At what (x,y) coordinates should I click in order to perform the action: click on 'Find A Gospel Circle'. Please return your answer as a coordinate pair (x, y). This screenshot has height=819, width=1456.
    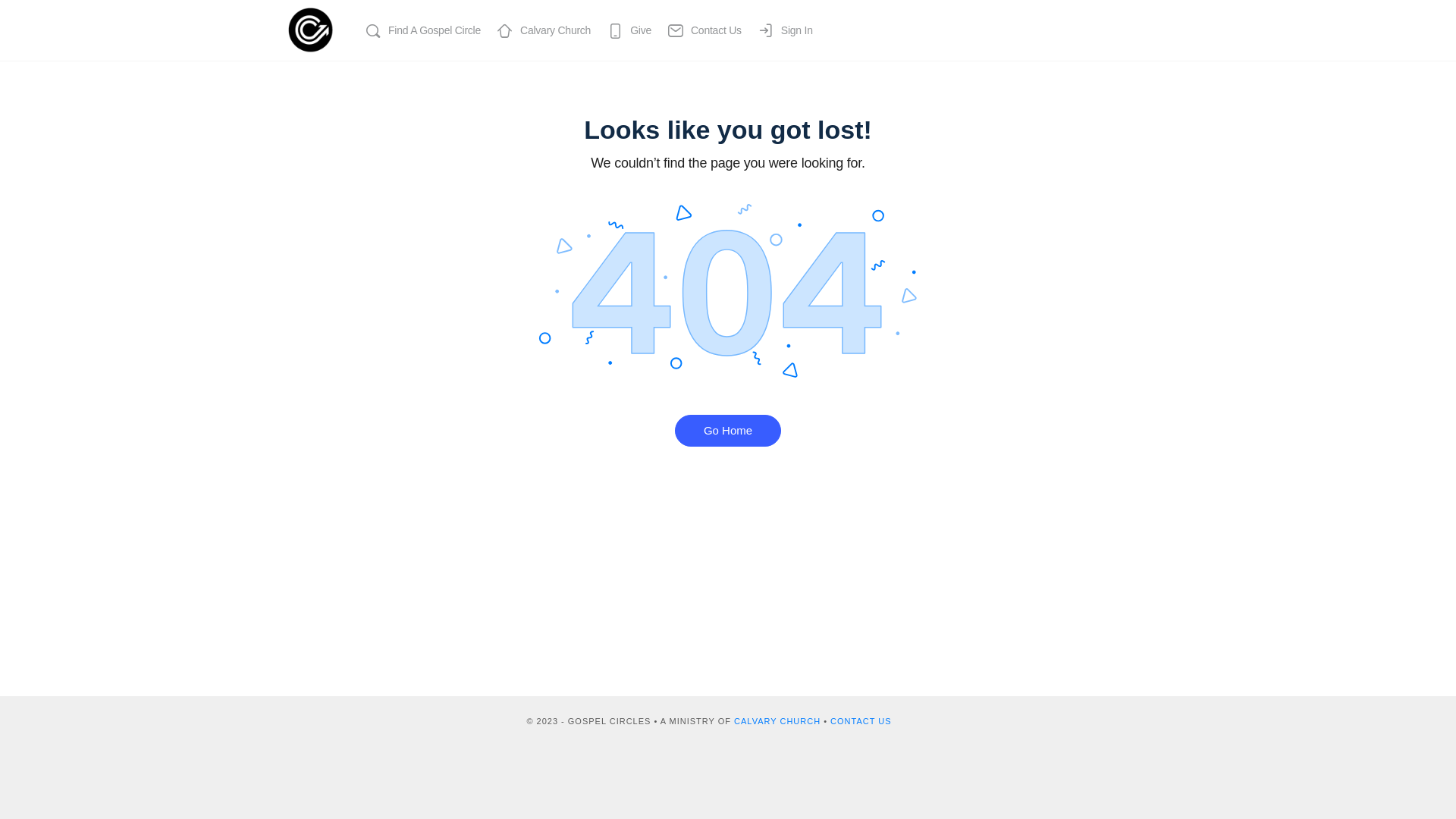
    Looking at the image, I should click on (422, 30).